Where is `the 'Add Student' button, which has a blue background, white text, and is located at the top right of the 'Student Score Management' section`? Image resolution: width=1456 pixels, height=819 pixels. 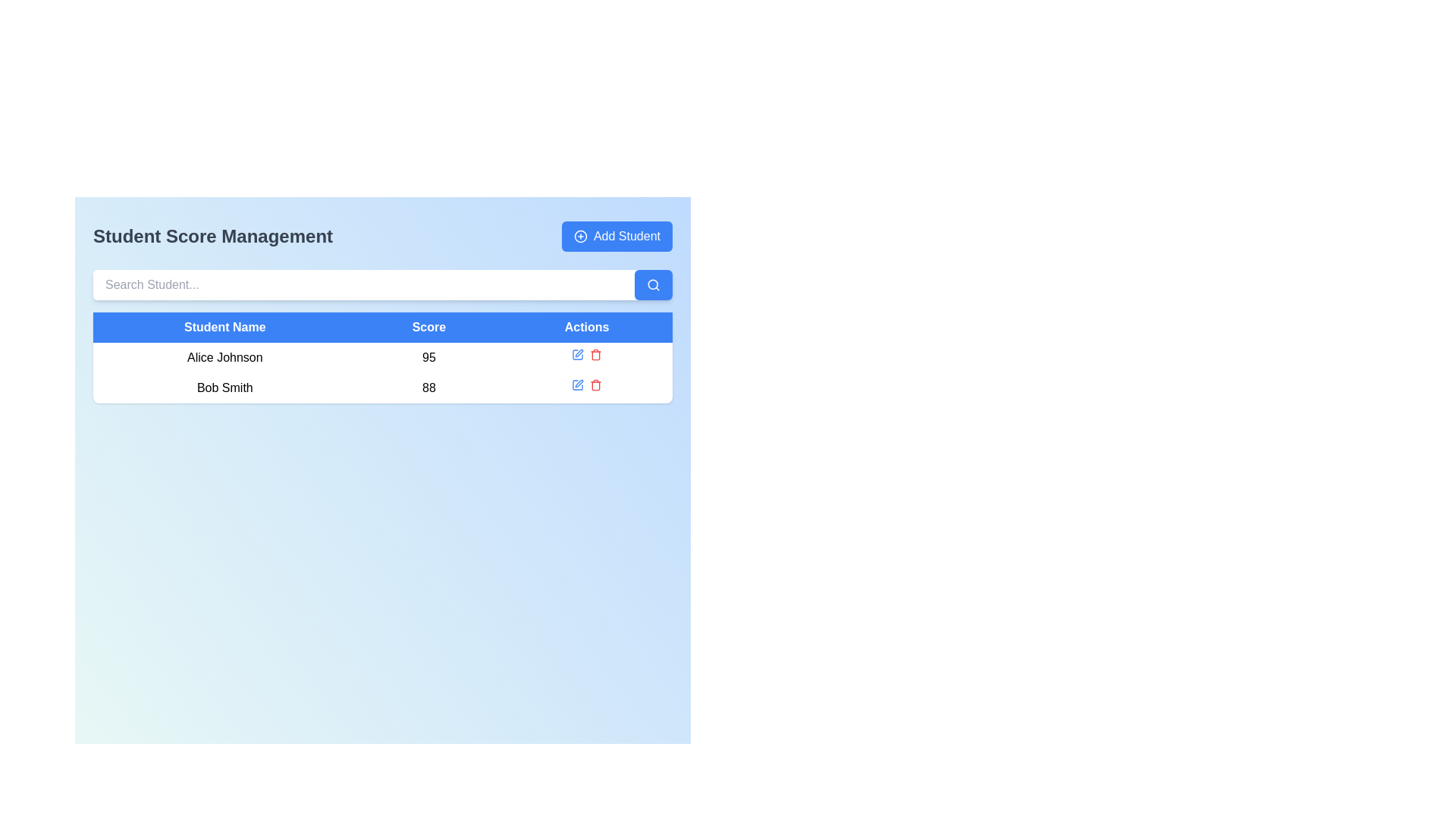
the 'Add Student' button, which has a blue background, white text, and is located at the top right of the 'Student Score Management' section is located at coordinates (617, 237).